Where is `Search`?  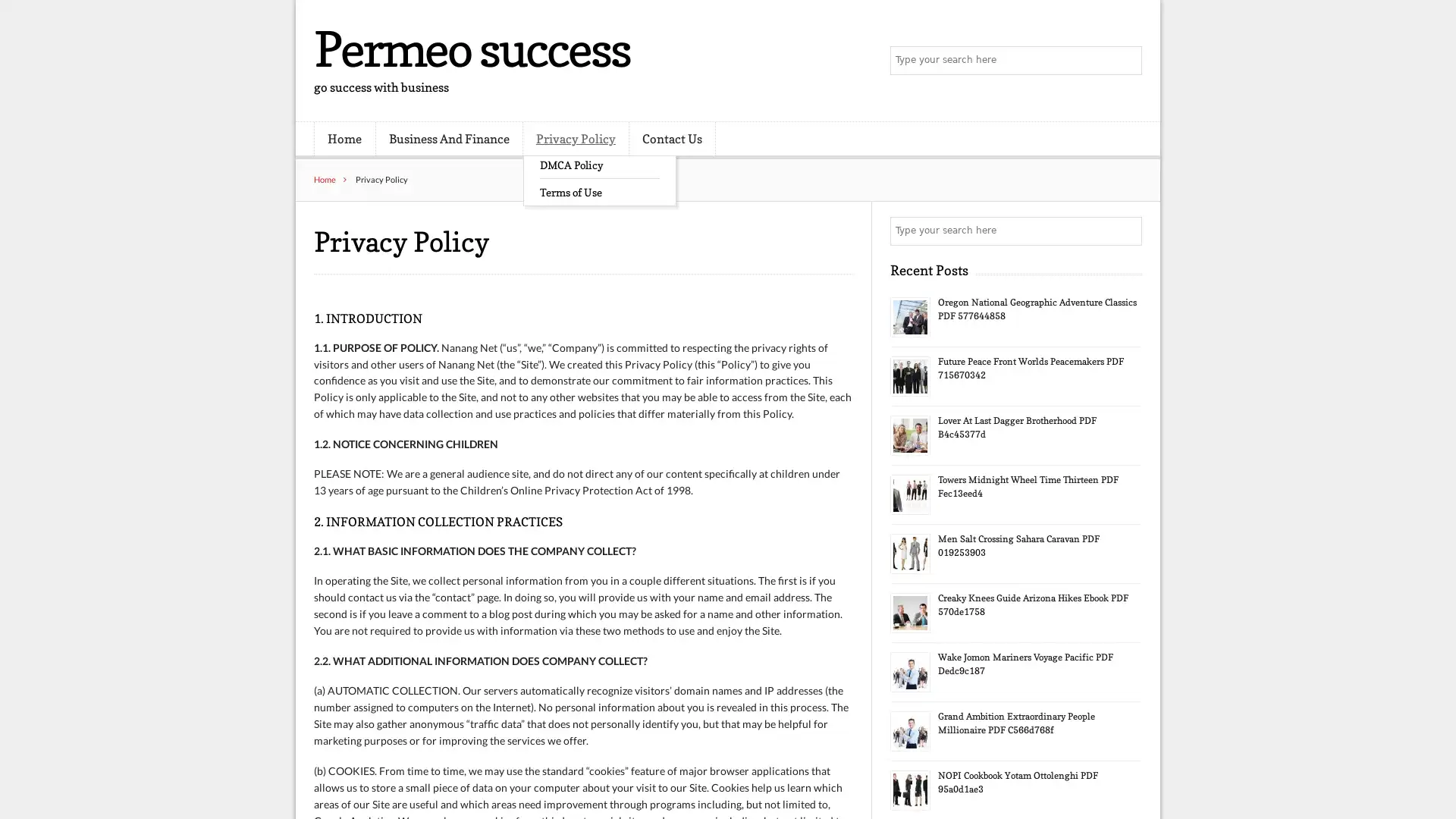
Search is located at coordinates (1126, 61).